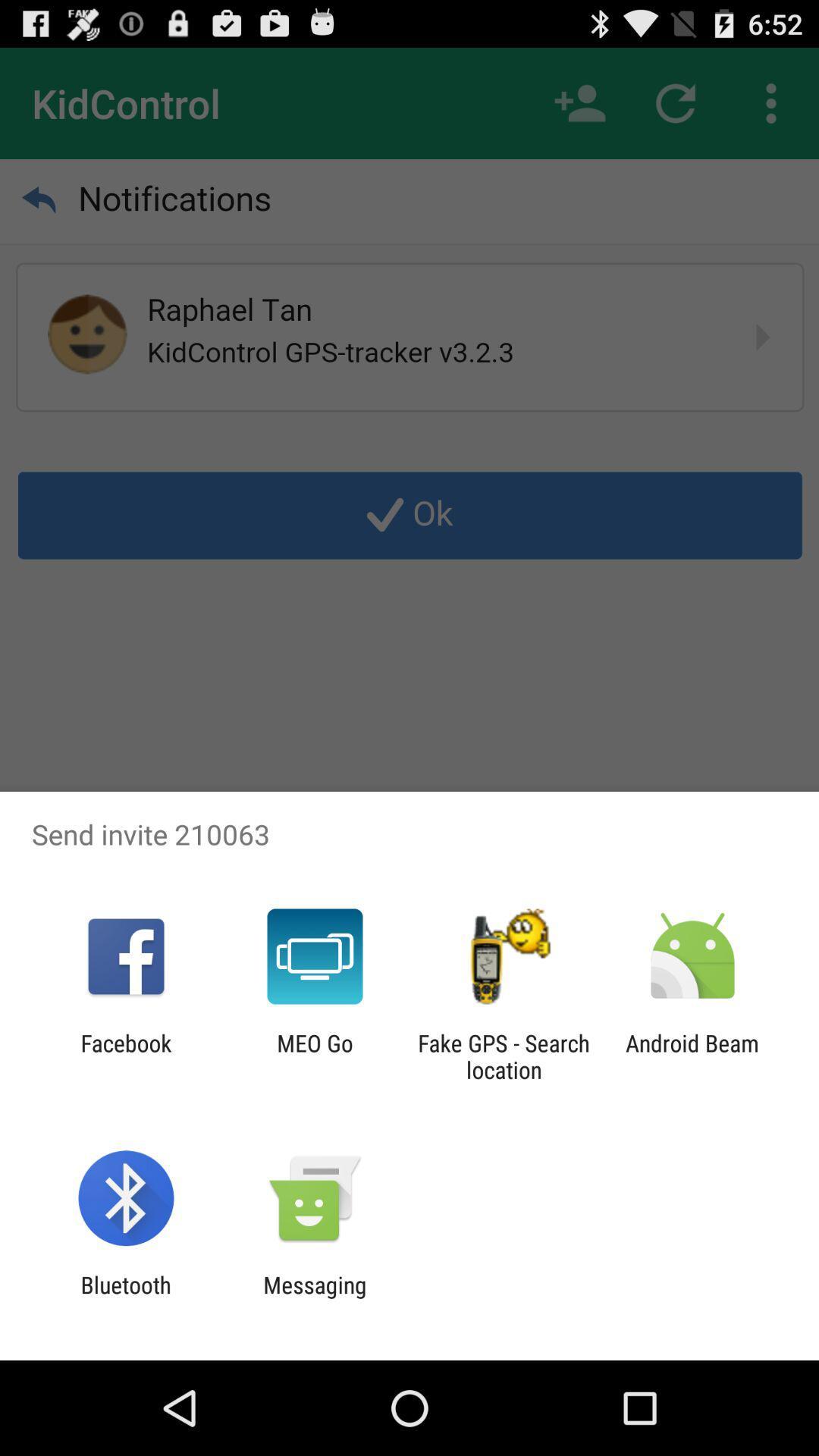  I want to click on the icon to the right of the facebook item, so click(314, 1056).